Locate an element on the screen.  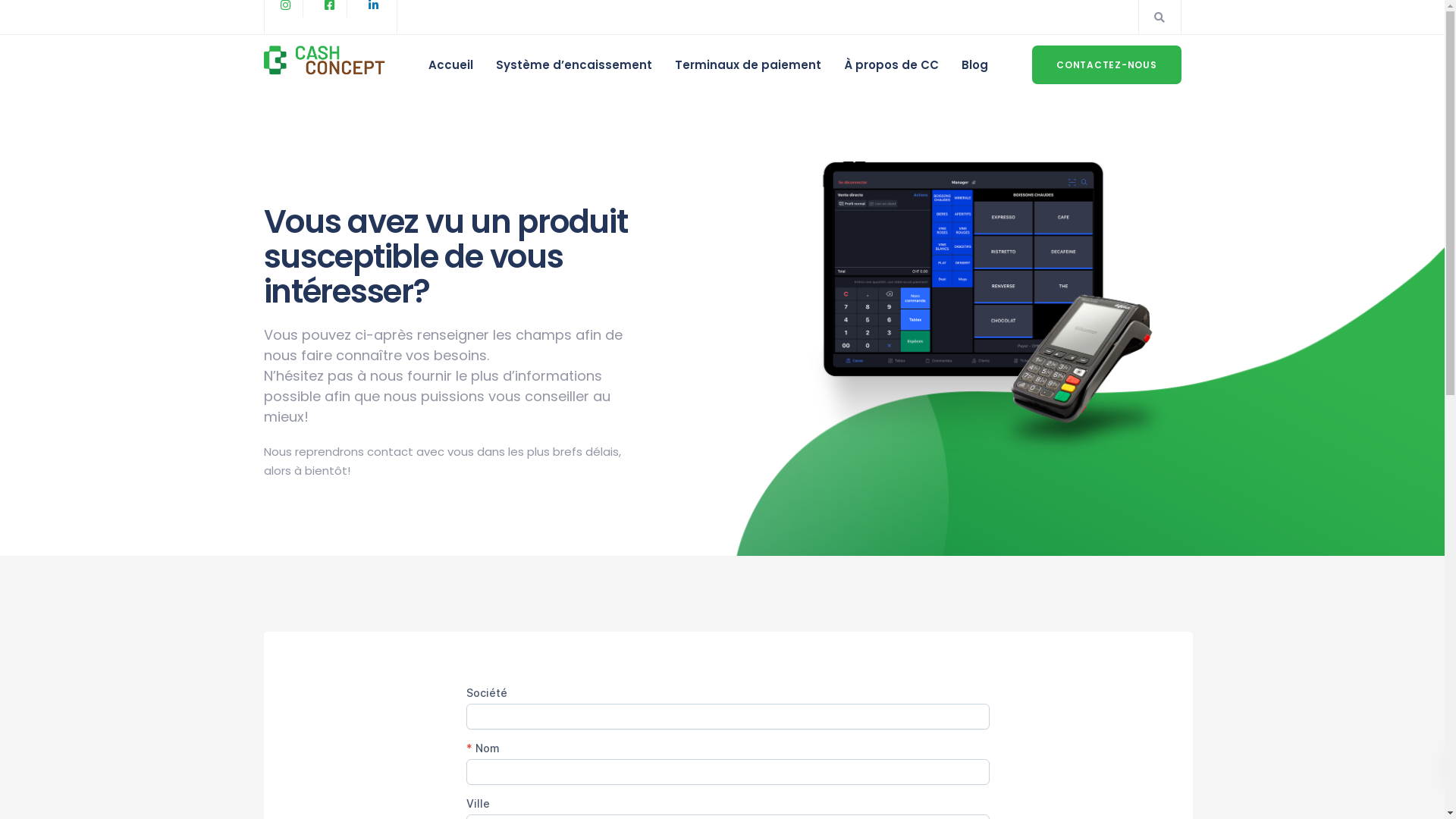
'Terminaux de paiement' is located at coordinates (748, 64).